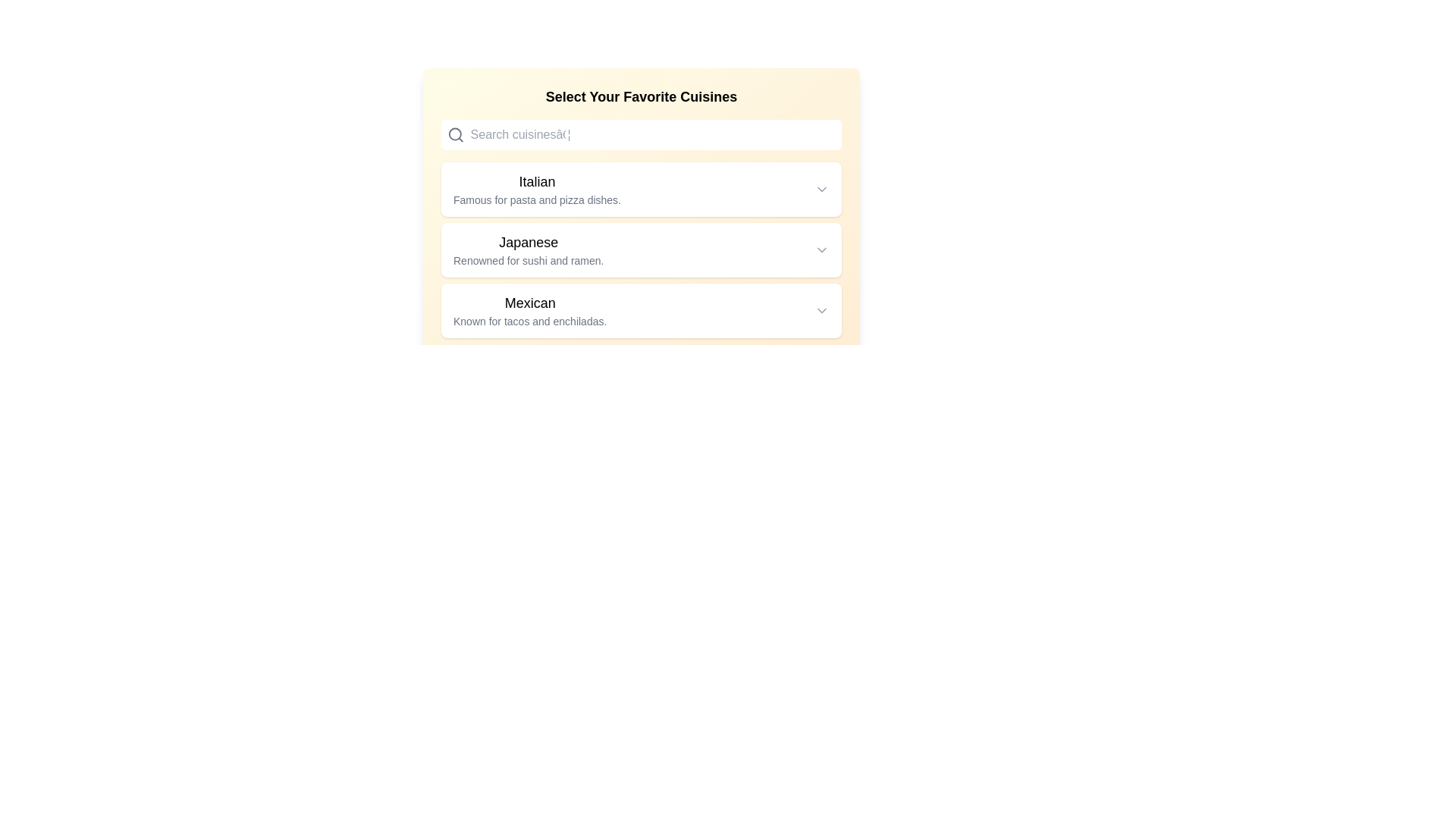 The image size is (1456, 819). What do you see at coordinates (530, 309) in the screenshot?
I see `the text block within the card that displays information about Mexican cuisine, located` at bounding box center [530, 309].